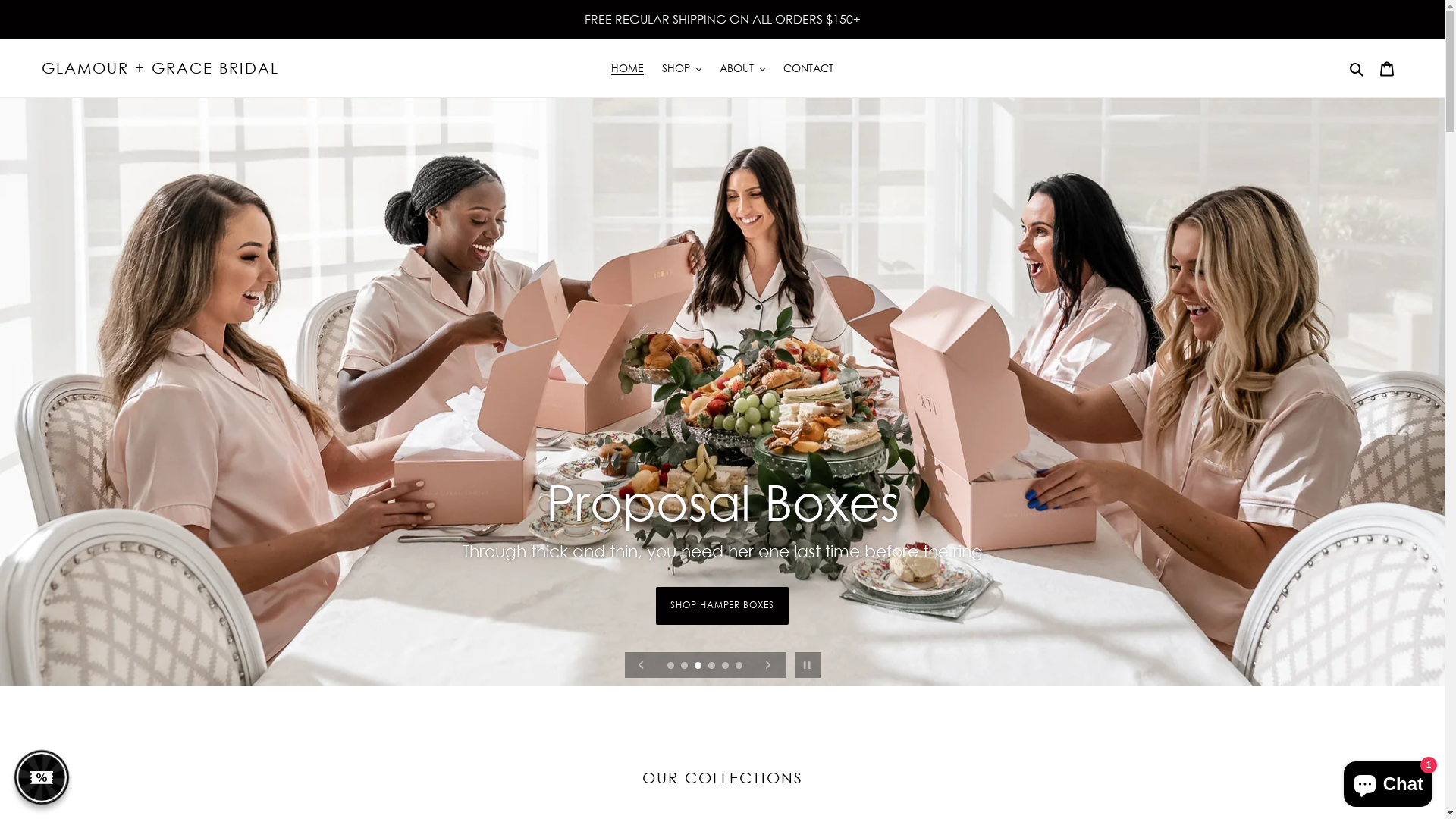 The image size is (1456, 819). What do you see at coordinates (1388, 780) in the screenshot?
I see `'Shopify online store chat'` at bounding box center [1388, 780].